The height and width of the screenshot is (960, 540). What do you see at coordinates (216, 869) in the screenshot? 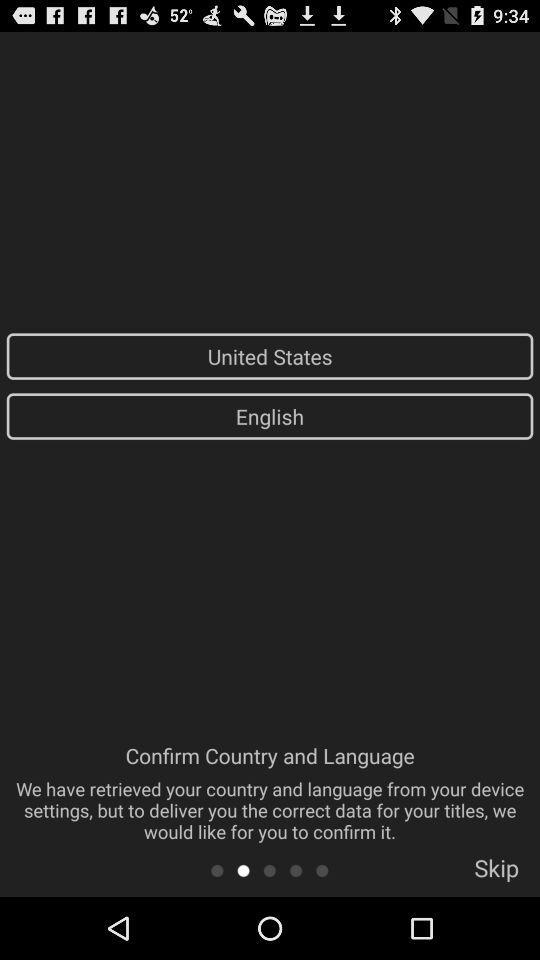
I see `go back` at bounding box center [216, 869].